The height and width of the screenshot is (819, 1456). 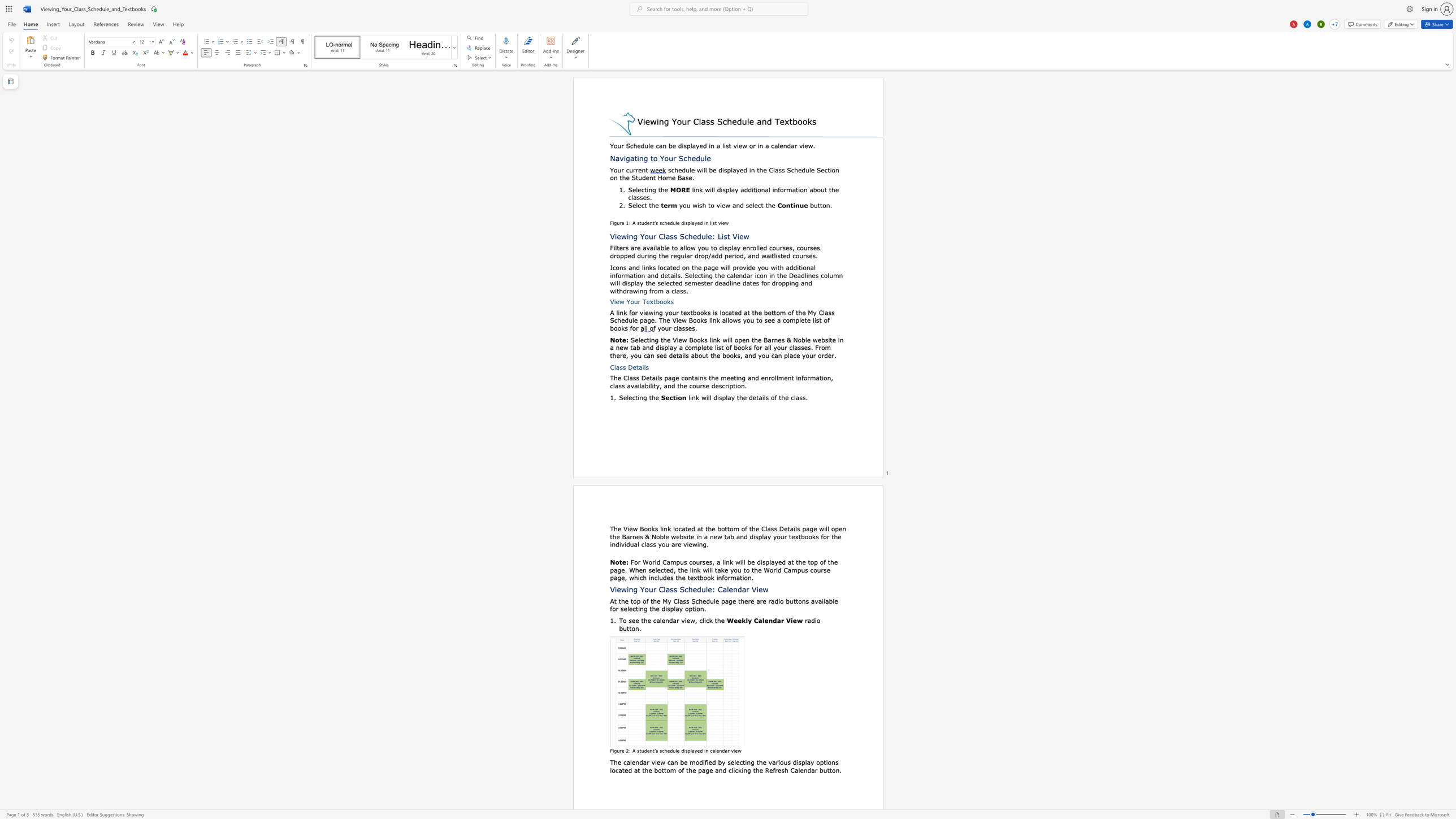 What do you see at coordinates (630, 301) in the screenshot?
I see `the space between the continuous character "Y" and "o" in the text` at bounding box center [630, 301].